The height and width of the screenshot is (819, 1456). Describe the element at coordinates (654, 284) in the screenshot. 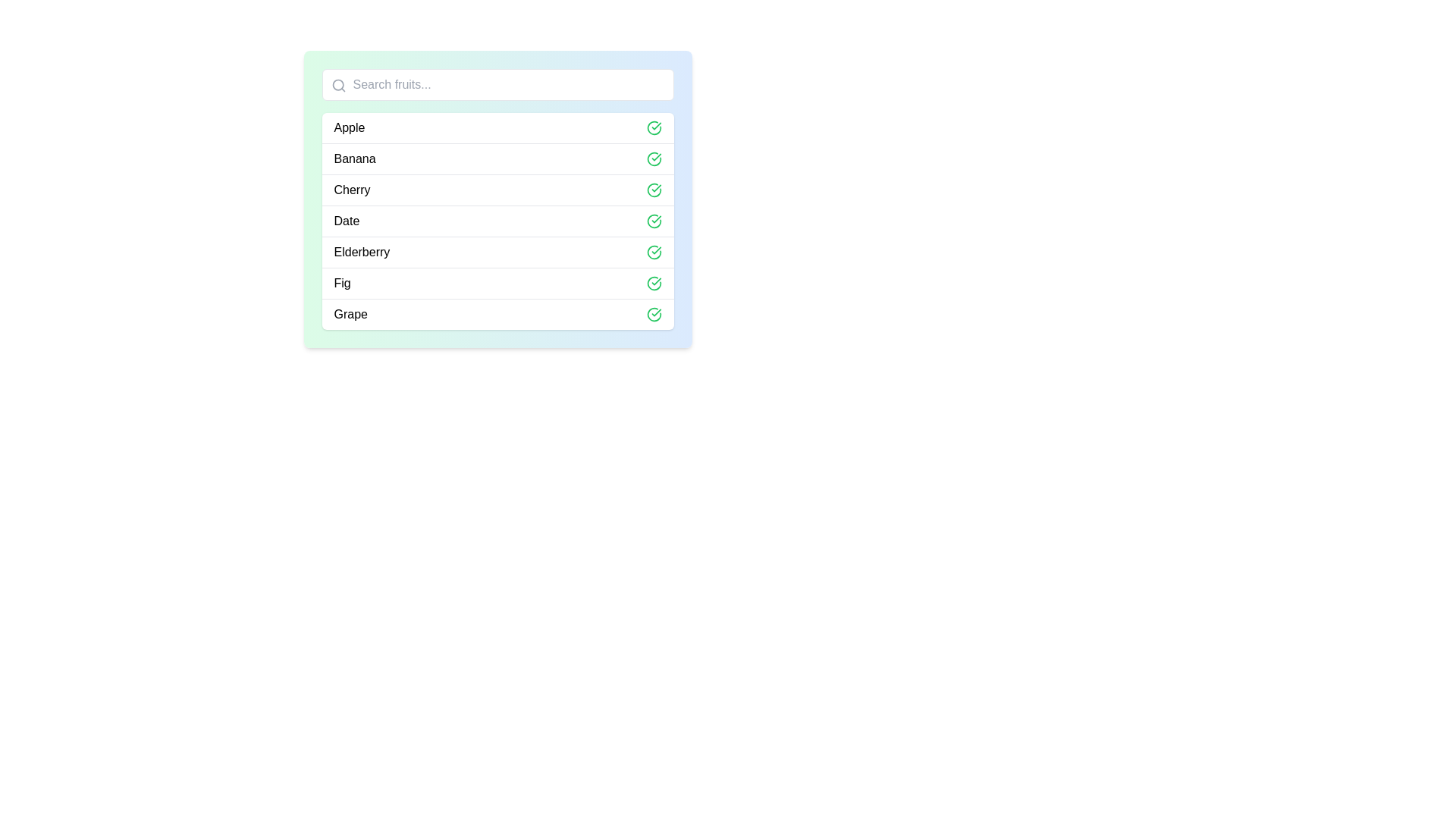

I see `the affirmative state icon located to the right of the text 'Fig', indicating successful completion` at that location.